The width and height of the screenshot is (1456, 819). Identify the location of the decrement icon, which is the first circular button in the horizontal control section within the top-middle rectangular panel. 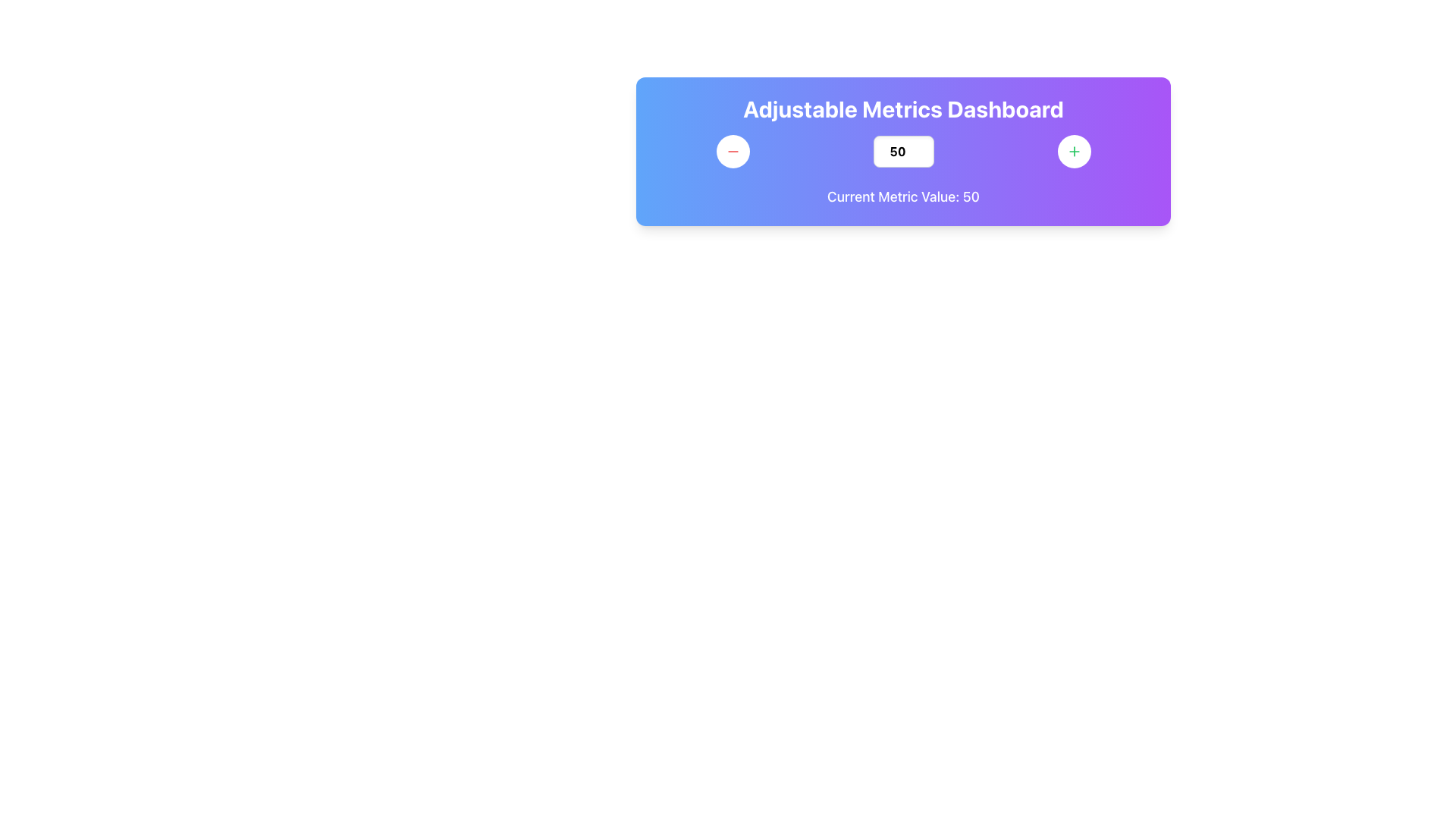
(733, 152).